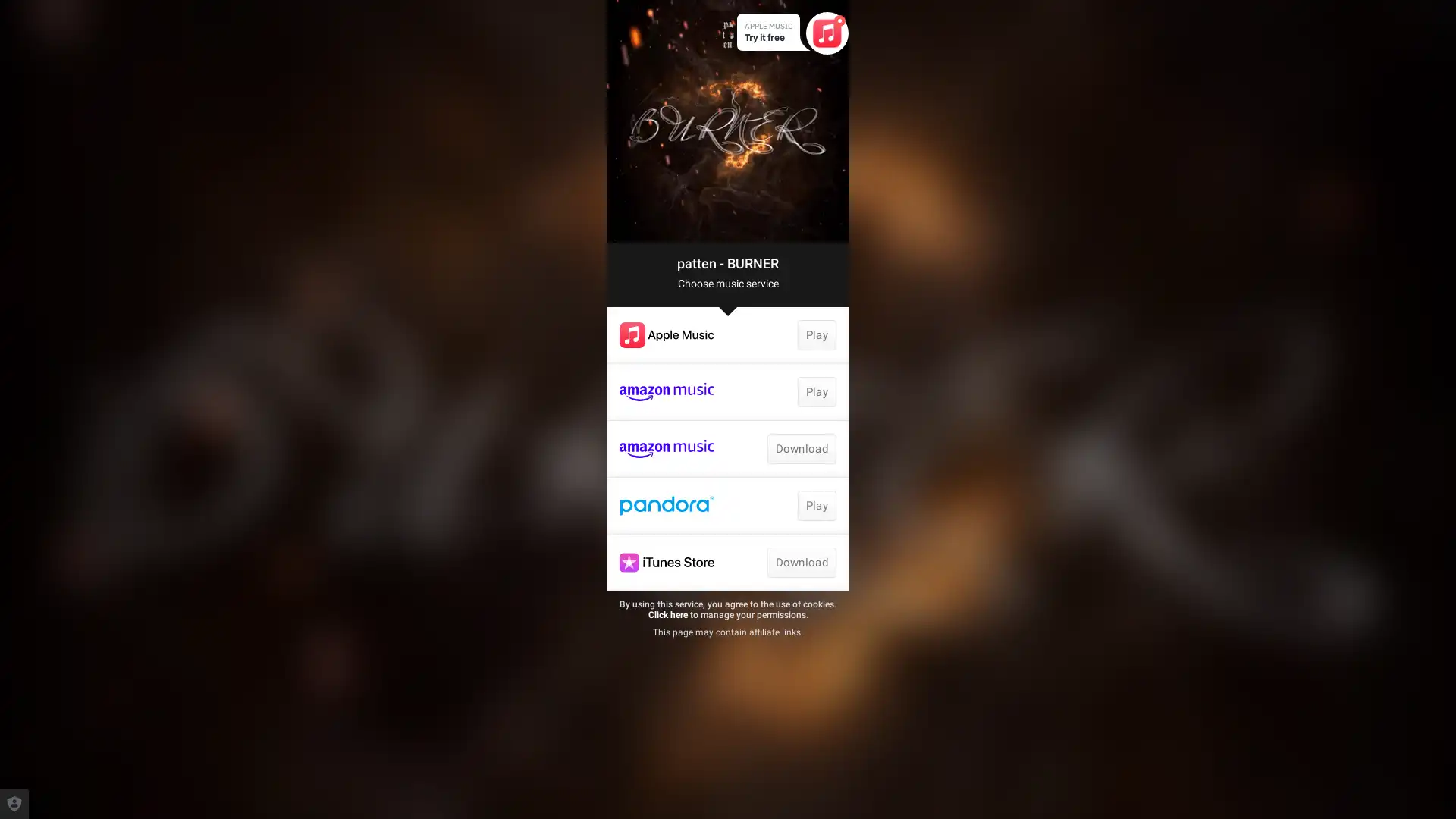 This screenshot has height=819, width=1456. Describe the element at coordinates (667, 614) in the screenshot. I see `Click here` at that location.